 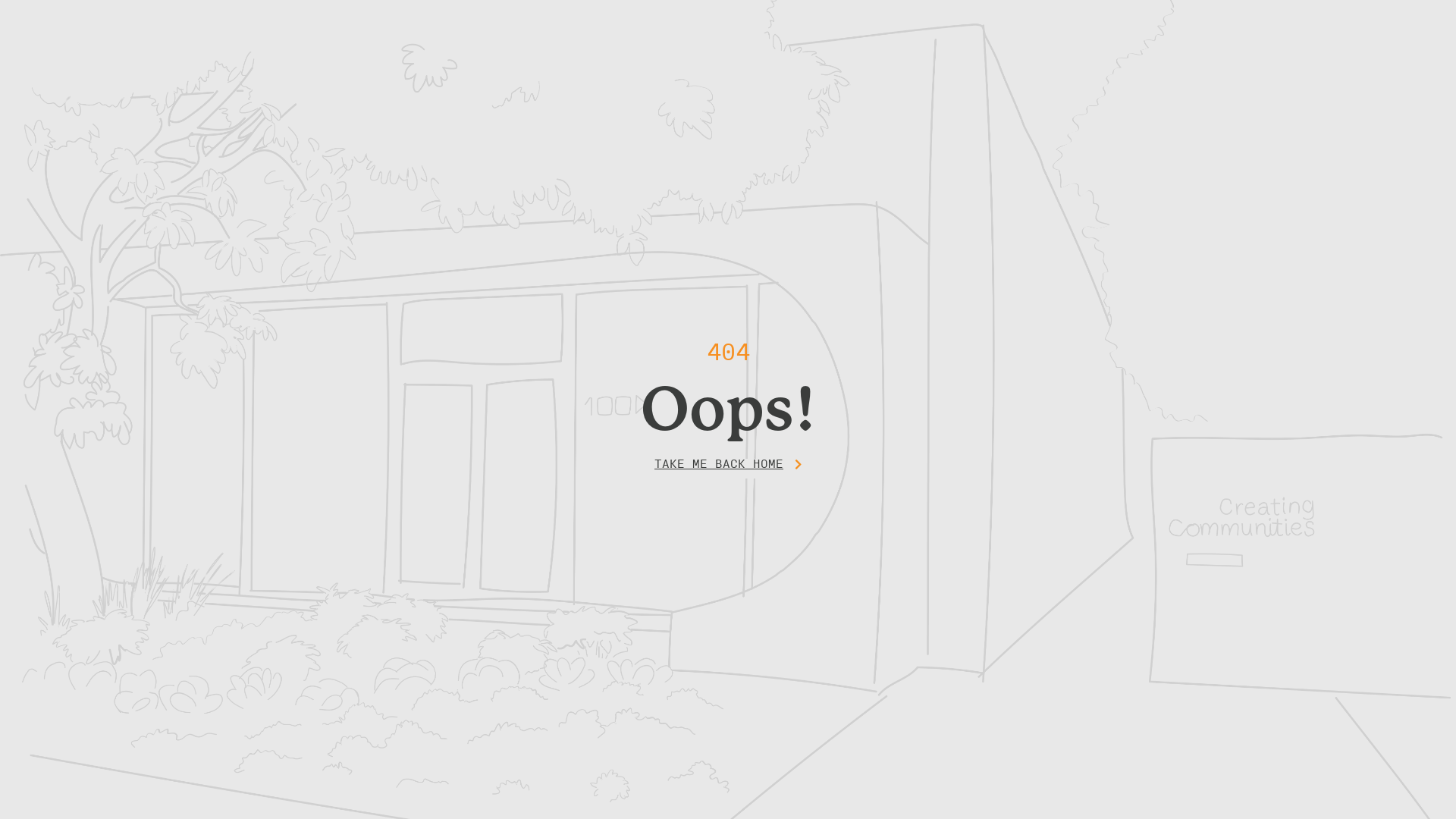 What do you see at coordinates (728, 467) in the screenshot?
I see `'TAKE ME BACK HOME'` at bounding box center [728, 467].